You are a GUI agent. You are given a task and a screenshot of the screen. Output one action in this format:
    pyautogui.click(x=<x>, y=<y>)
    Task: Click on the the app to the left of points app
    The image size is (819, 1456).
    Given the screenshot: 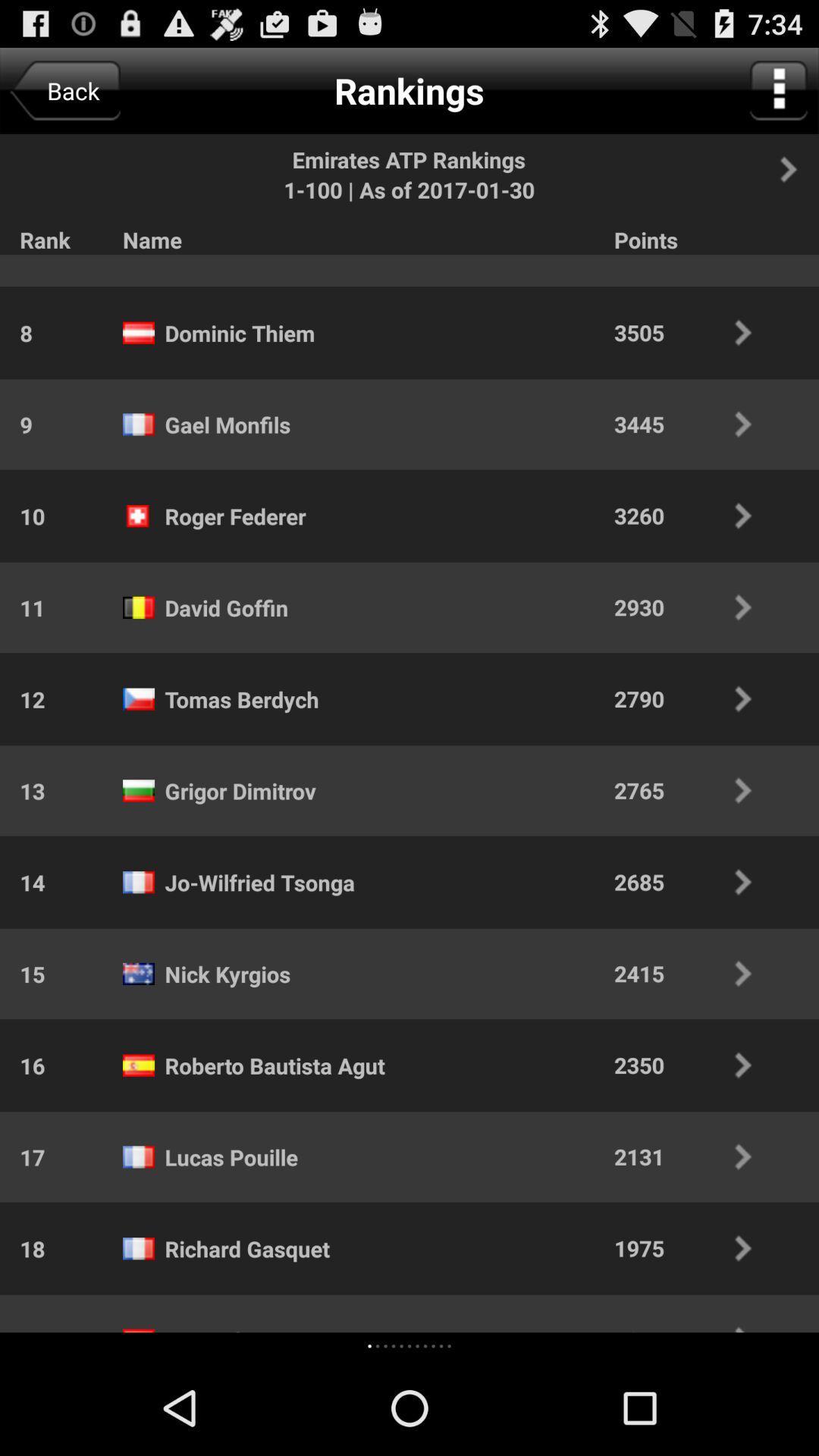 What is the action you would take?
    pyautogui.click(x=218, y=256)
    